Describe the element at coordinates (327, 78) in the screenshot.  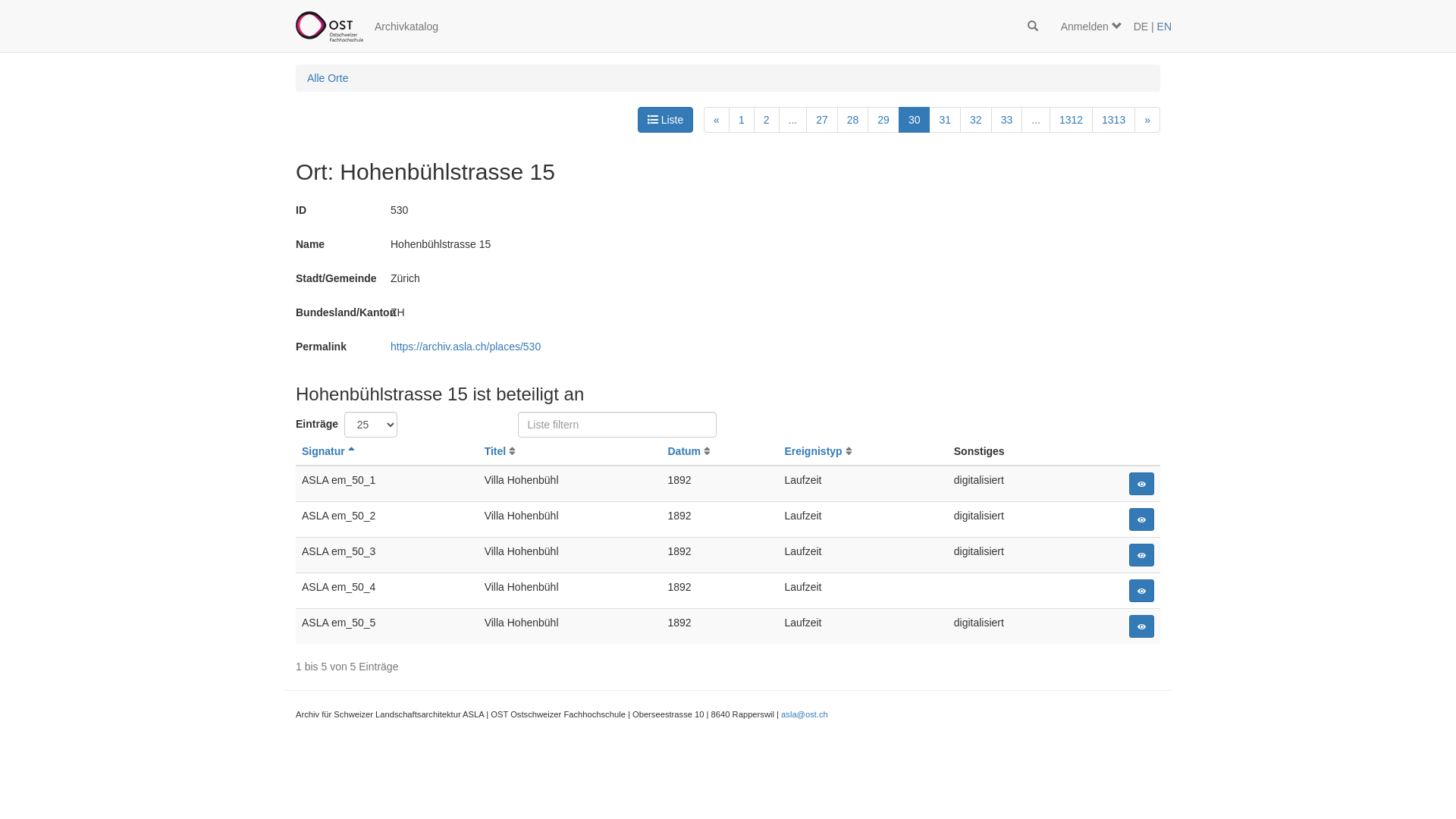
I see `'Alle Orte'` at that location.